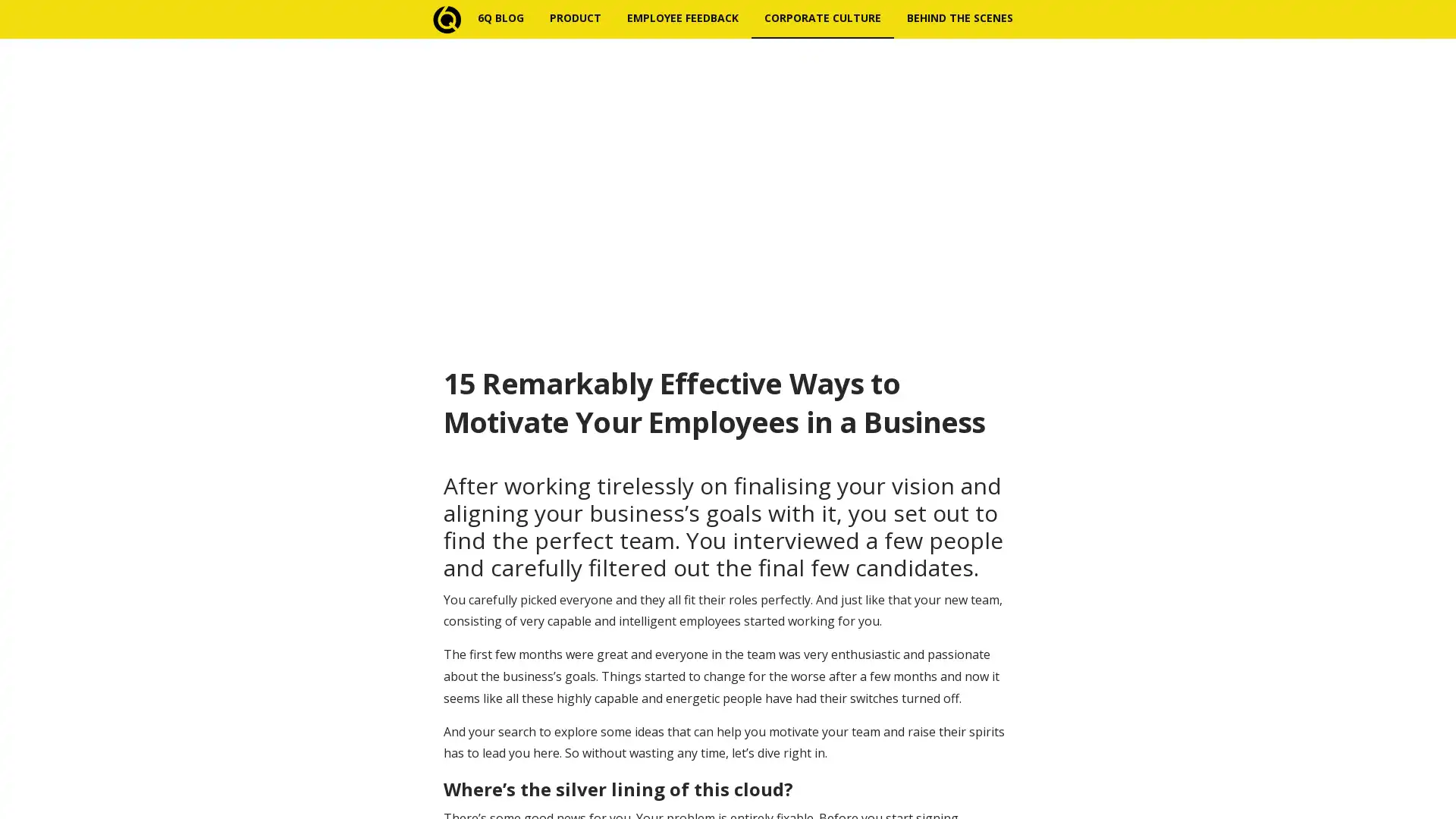 The image size is (1456, 819). What do you see at coordinates (895, 797) in the screenshot?
I see `Subscribe` at bounding box center [895, 797].